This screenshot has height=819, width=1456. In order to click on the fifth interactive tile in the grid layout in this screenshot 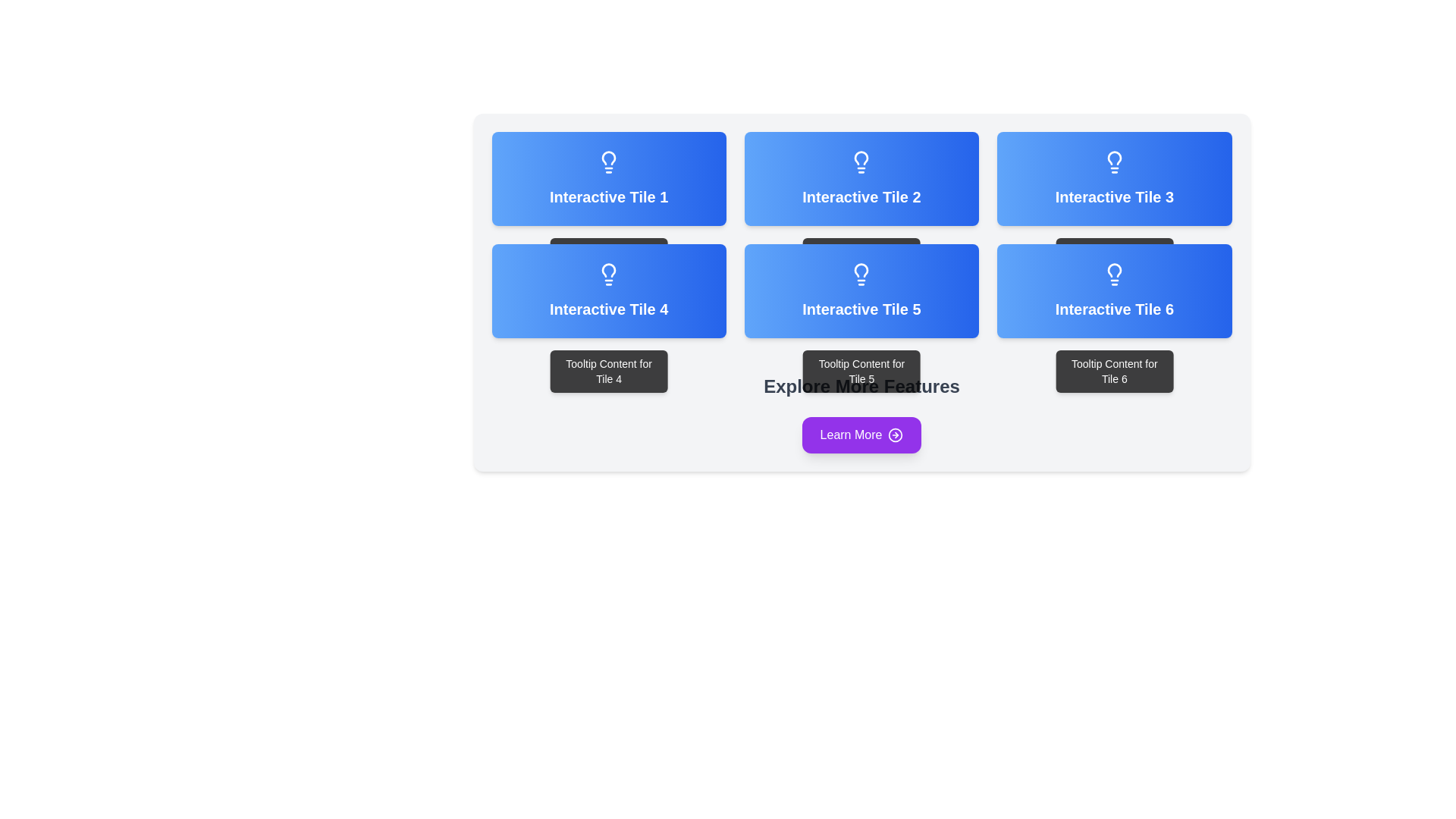, I will do `click(861, 291)`.